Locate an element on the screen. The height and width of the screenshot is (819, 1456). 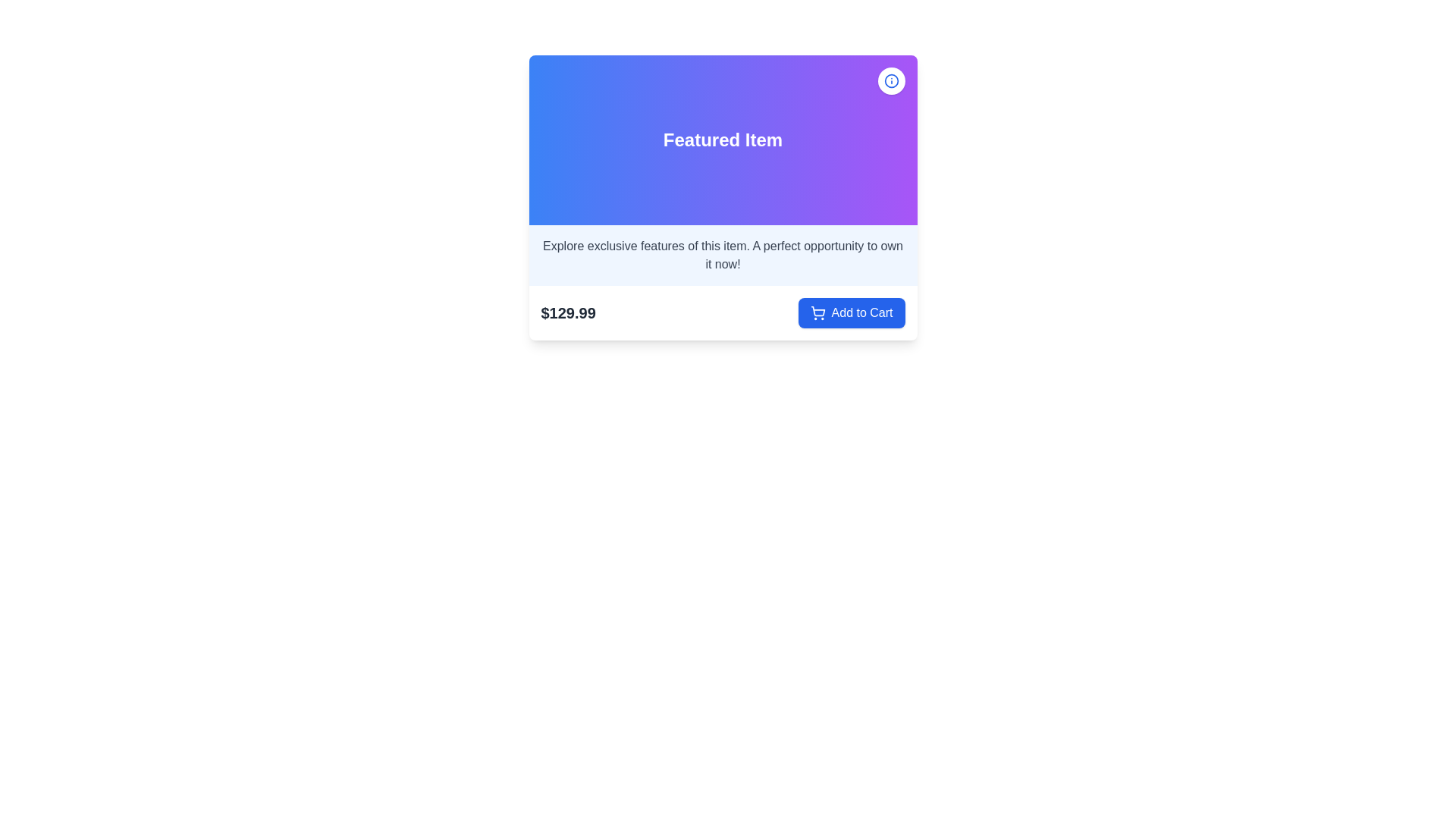
the 'Add to Cart' button, which is a vibrant blue rectangular button with rounded corners and contains the white text 'Add to Cart' along with a shopping cart icon is located at coordinates (852, 312).